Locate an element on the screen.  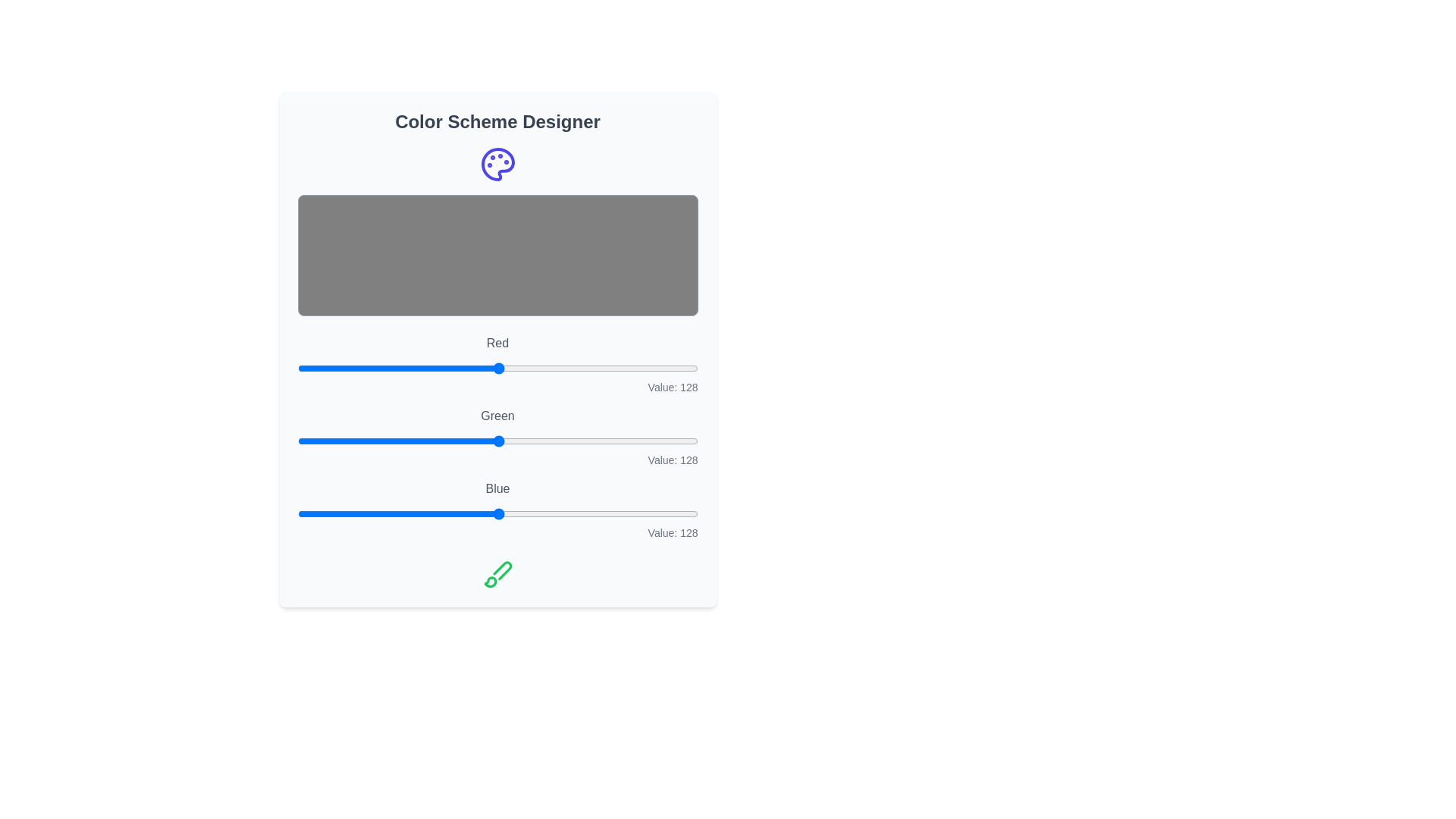
the red component intensity is located at coordinates (431, 369).